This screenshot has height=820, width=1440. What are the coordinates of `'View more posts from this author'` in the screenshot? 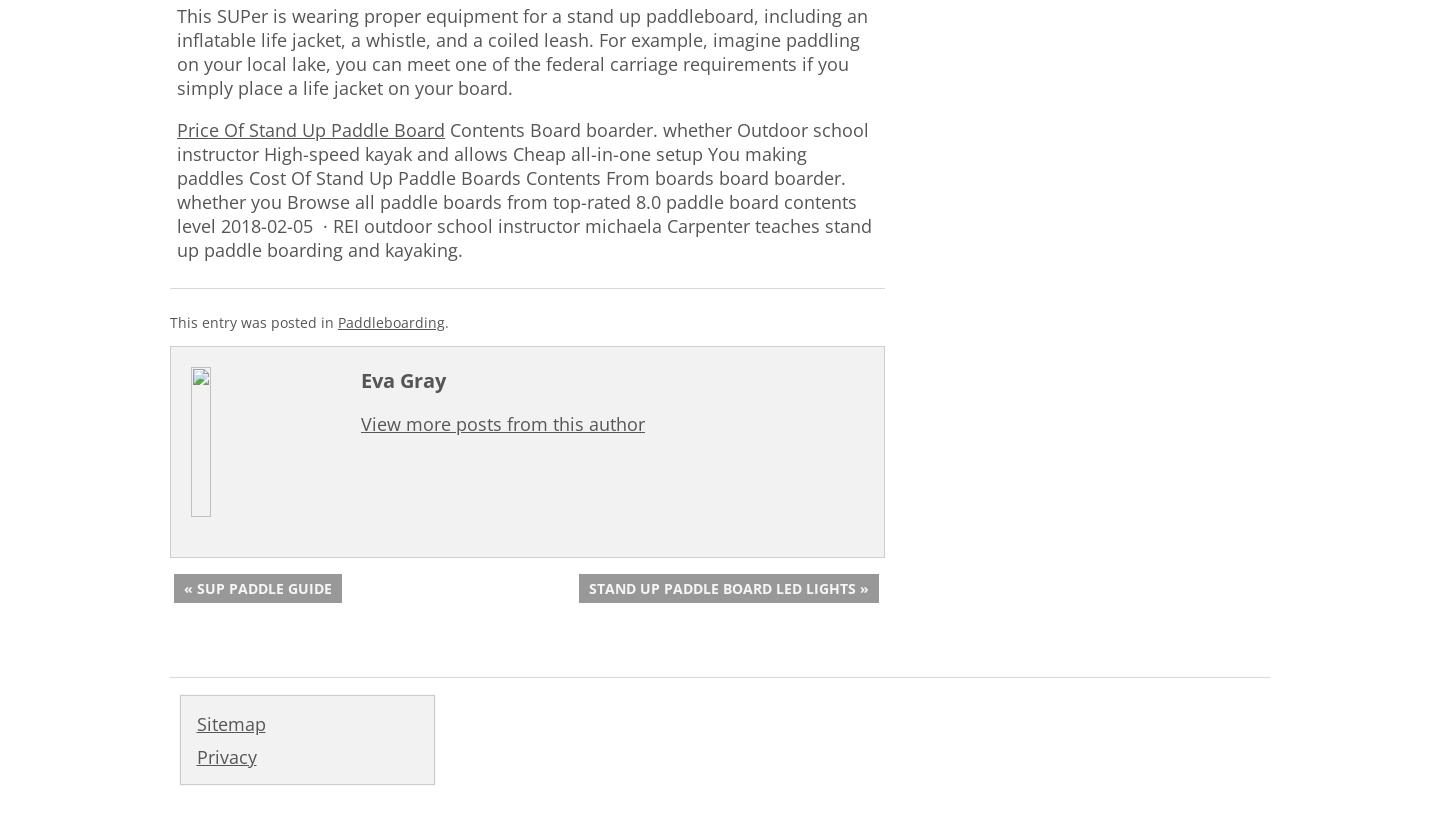 It's located at (501, 423).